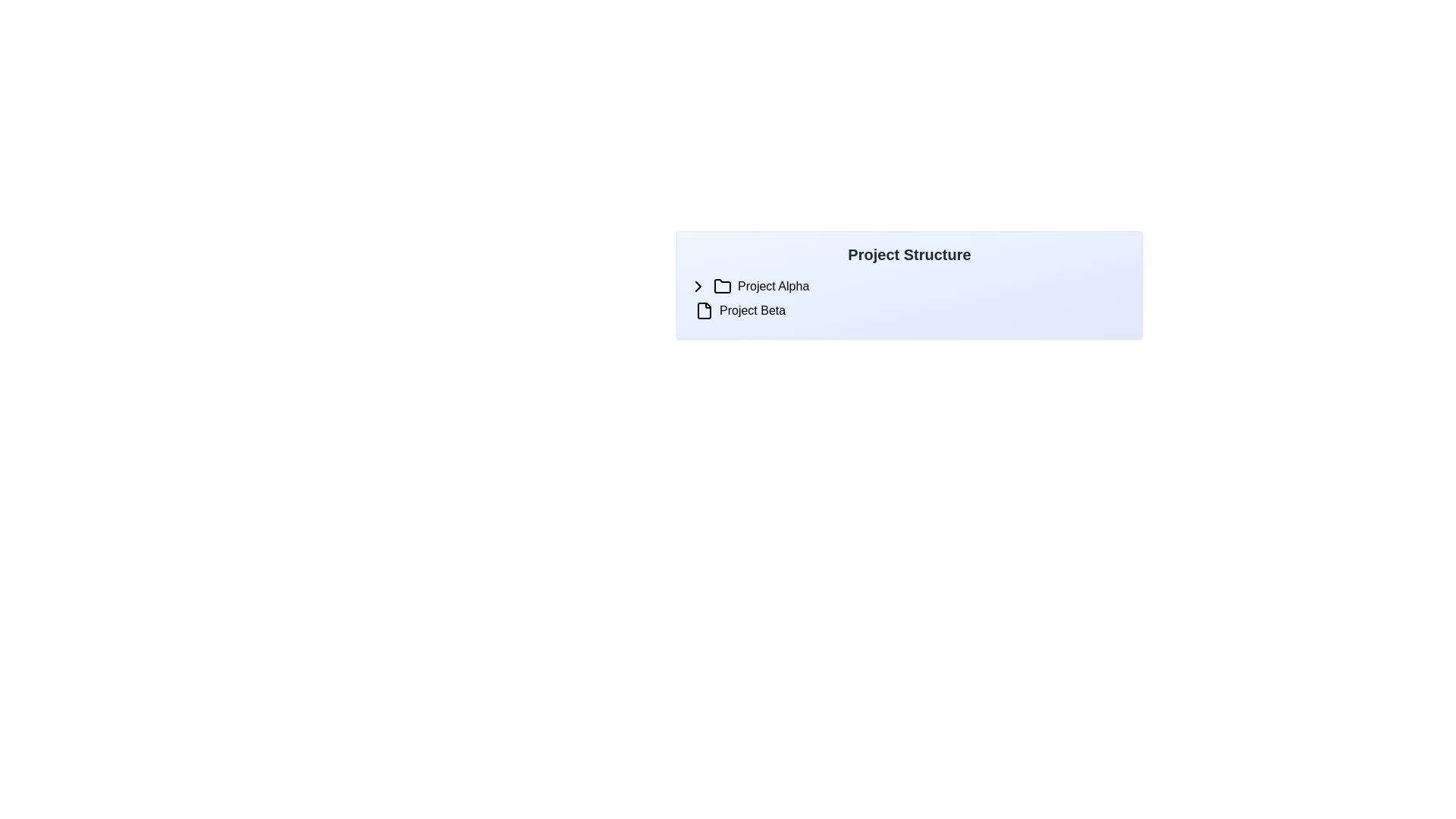 The height and width of the screenshot is (819, 1456). What do you see at coordinates (698, 287) in the screenshot?
I see `the arrow icon next to 'Project Alpha'` at bounding box center [698, 287].